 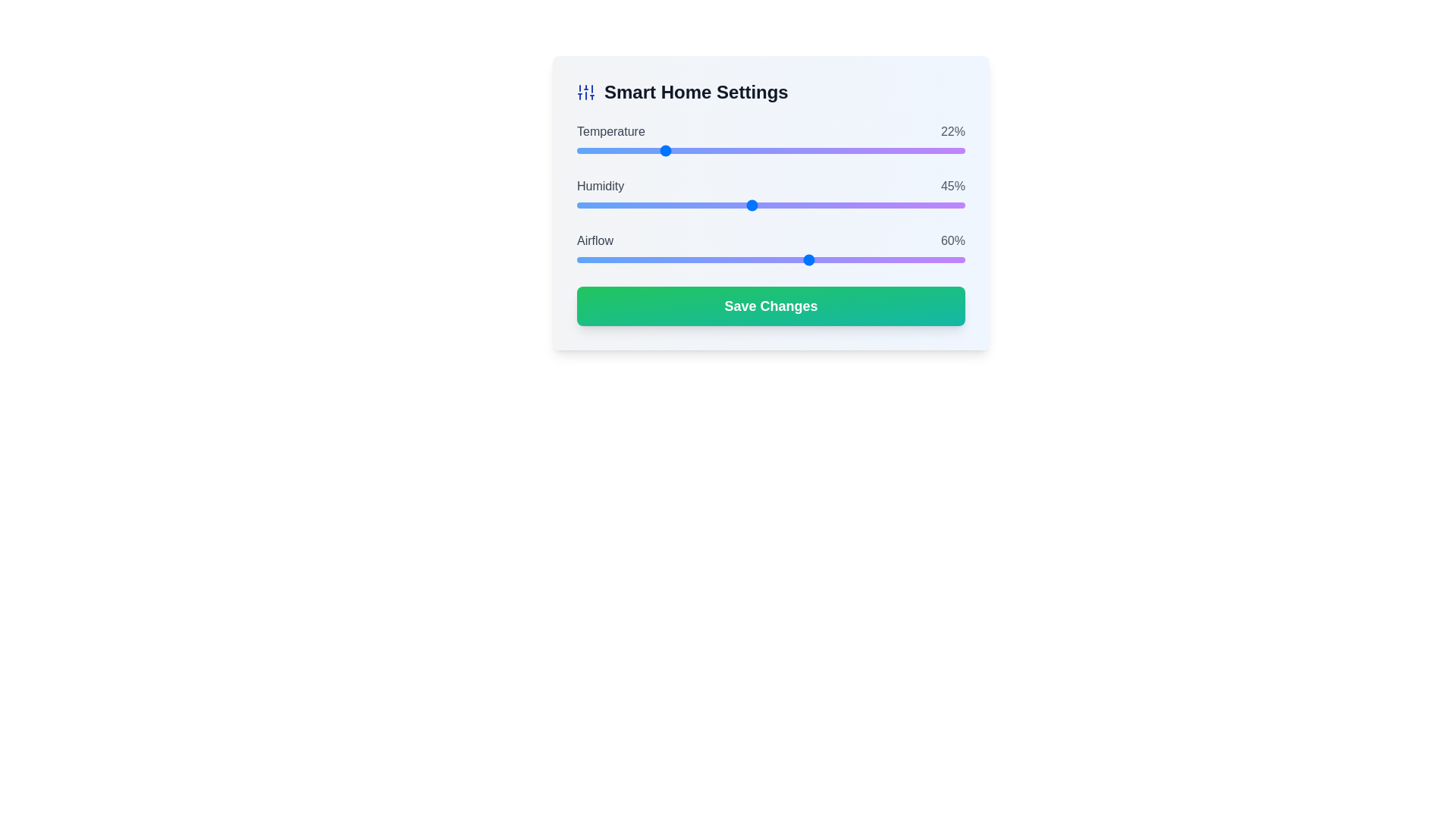 What do you see at coordinates (921, 151) in the screenshot?
I see `temperature slider` at bounding box center [921, 151].